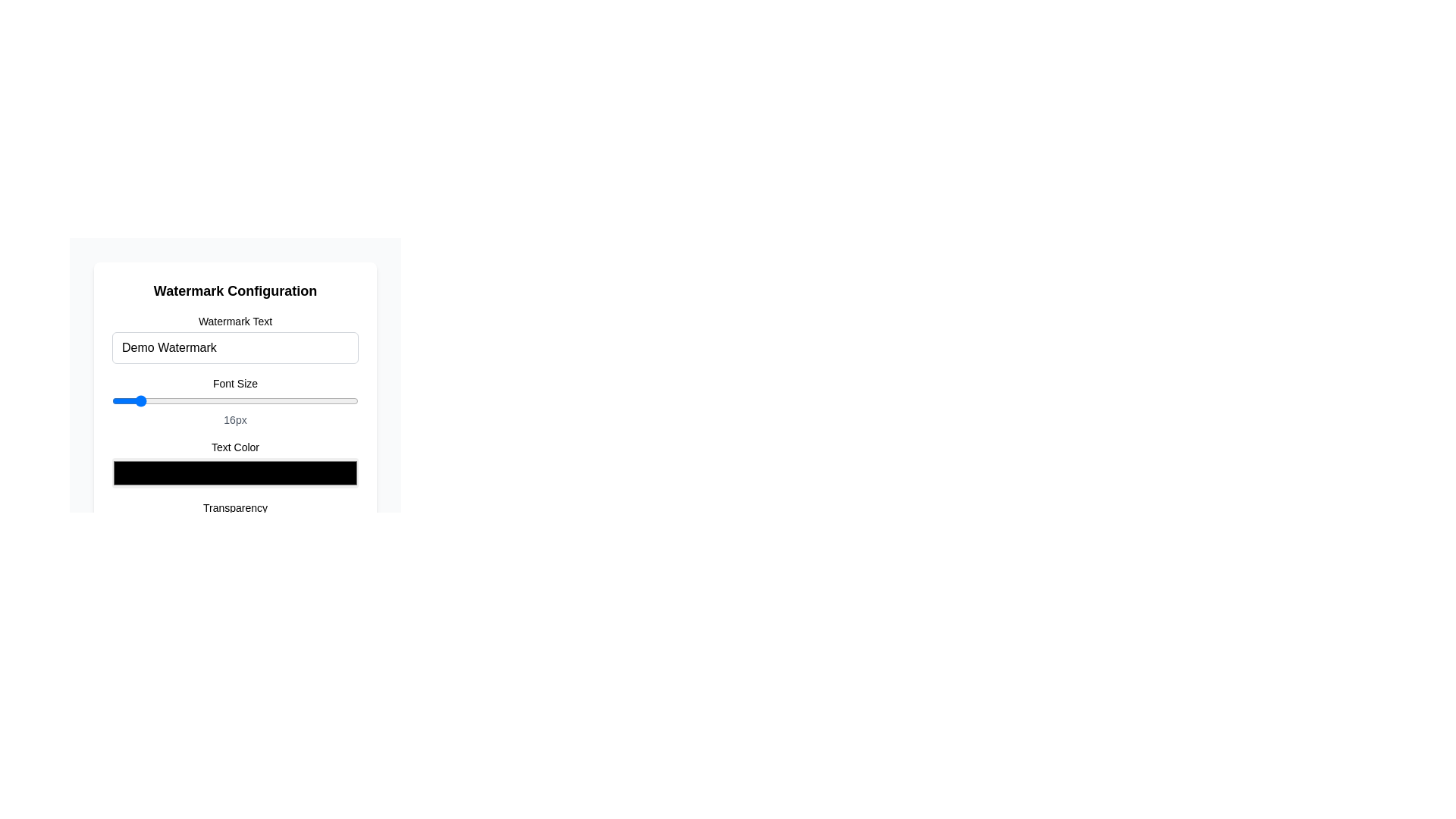 The width and height of the screenshot is (1456, 819). Describe the element at coordinates (234, 420) in the screenshot. I see `the small gray text label displaying '16px' located directly below the font size adjustment slider` at that location.